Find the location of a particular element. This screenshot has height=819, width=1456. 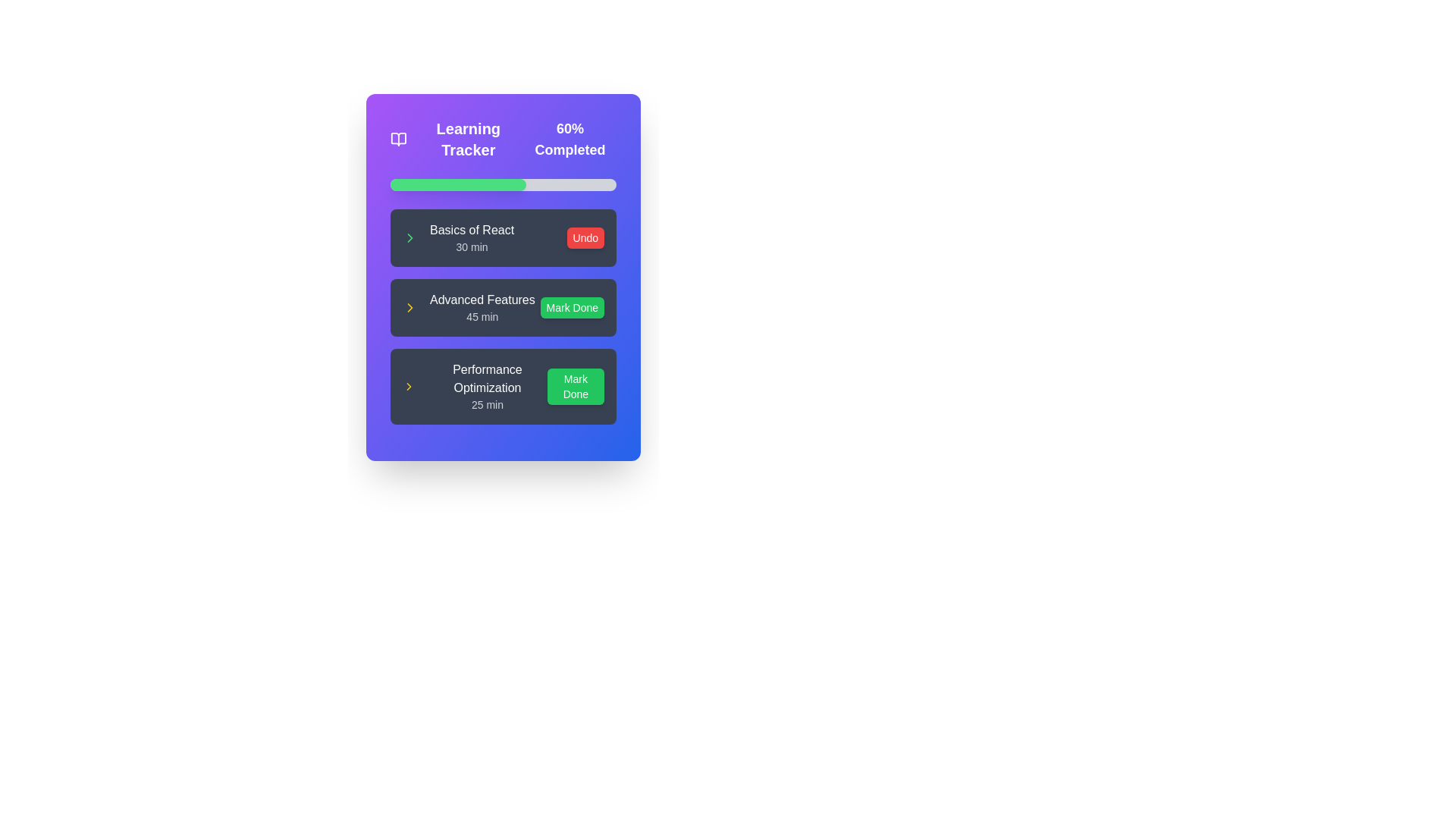

the icon located on the left side of the 'Advanced Features' module is located at coordinates (410, 307).